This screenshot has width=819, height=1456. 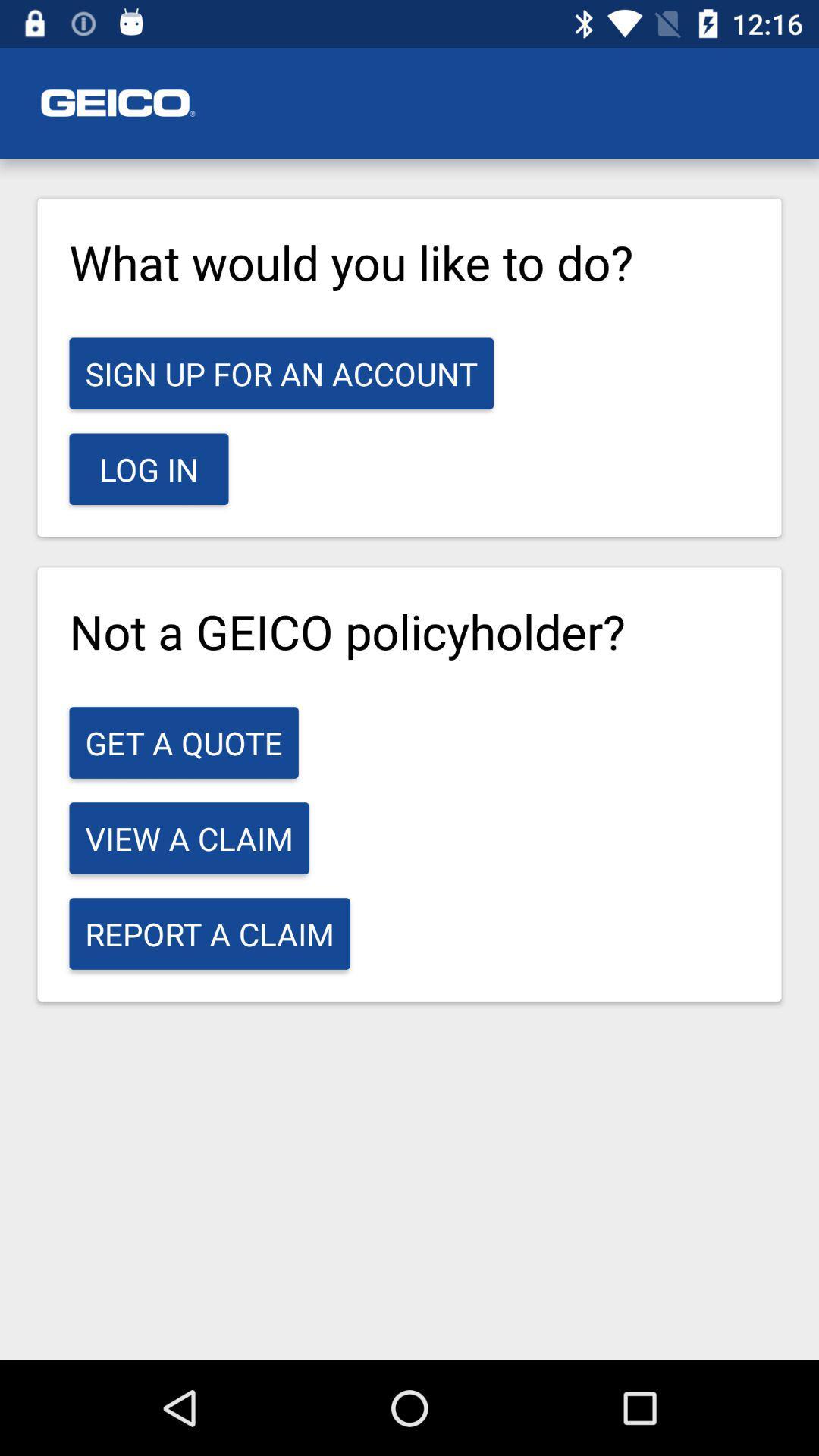 I want to click on log in icon, so click(x=149, y=468).